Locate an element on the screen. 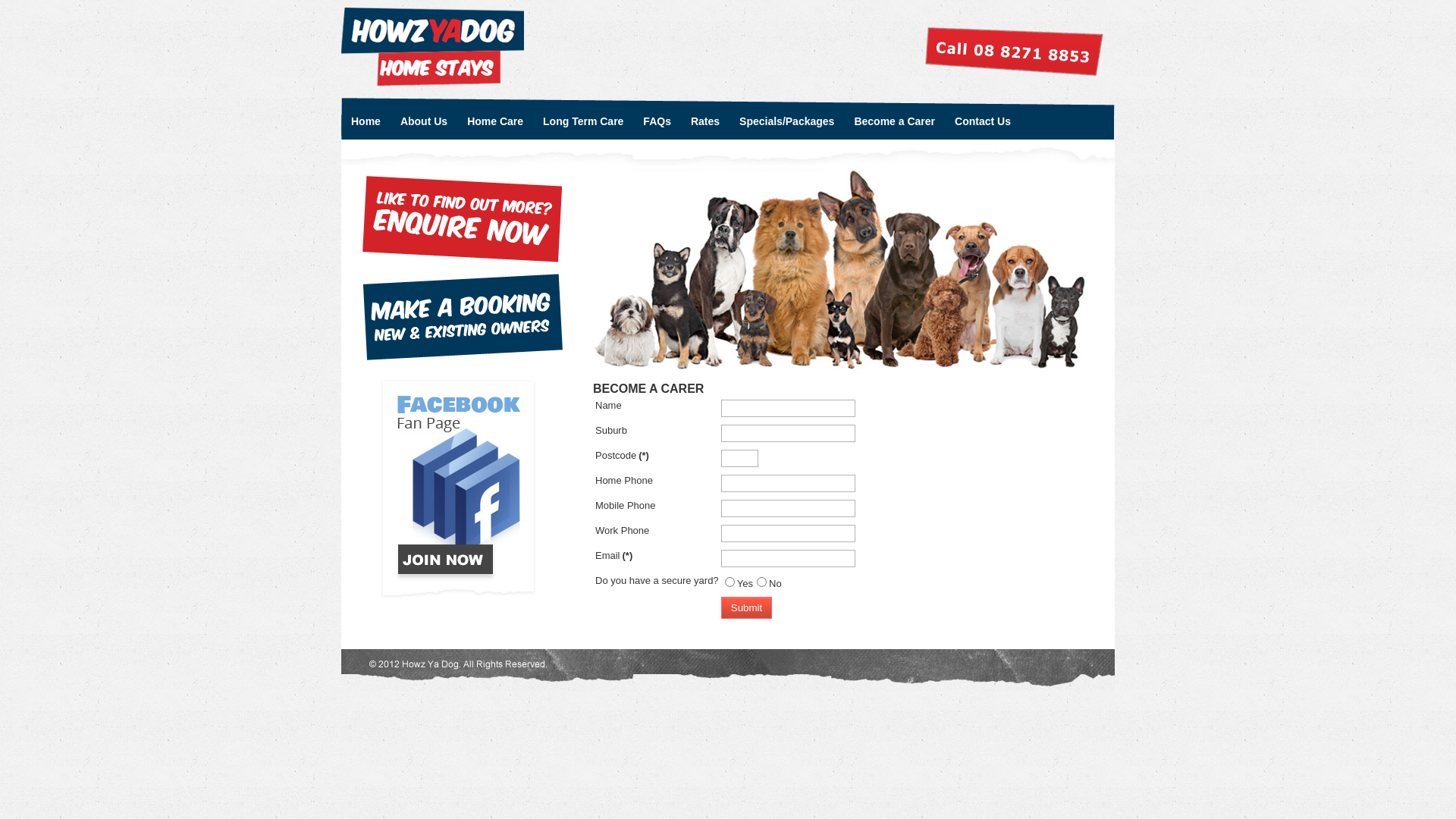  'Submit' is located at coordinates (746, 607).